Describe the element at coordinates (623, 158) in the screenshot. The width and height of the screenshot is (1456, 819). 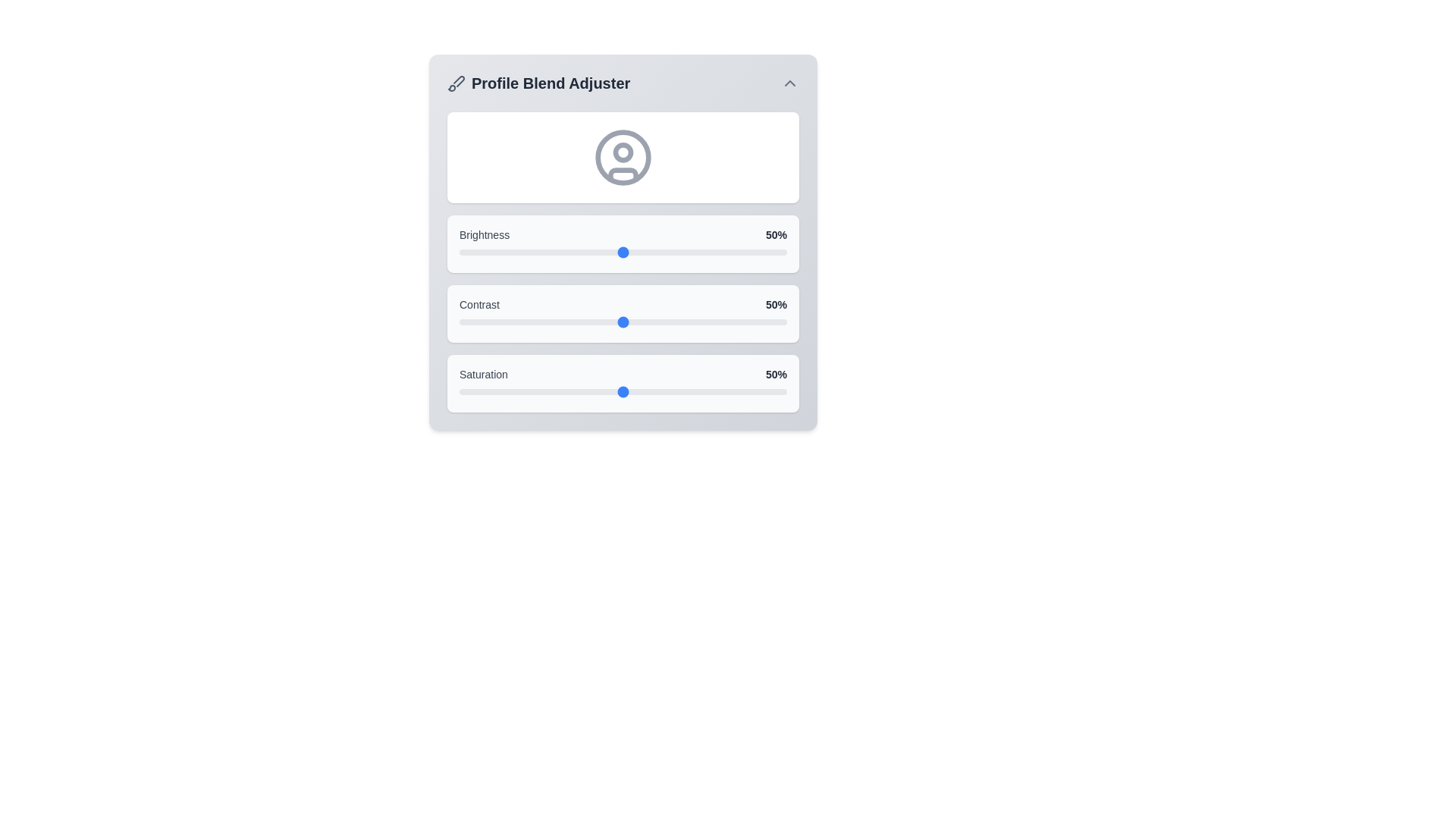
I see `the circular user profile icon located at the top of the 'Profile Blend Adjuster' section, which is centered above the sliders for 'Brightness,' 'Contrast,' and 'Saturation.'` at that location.